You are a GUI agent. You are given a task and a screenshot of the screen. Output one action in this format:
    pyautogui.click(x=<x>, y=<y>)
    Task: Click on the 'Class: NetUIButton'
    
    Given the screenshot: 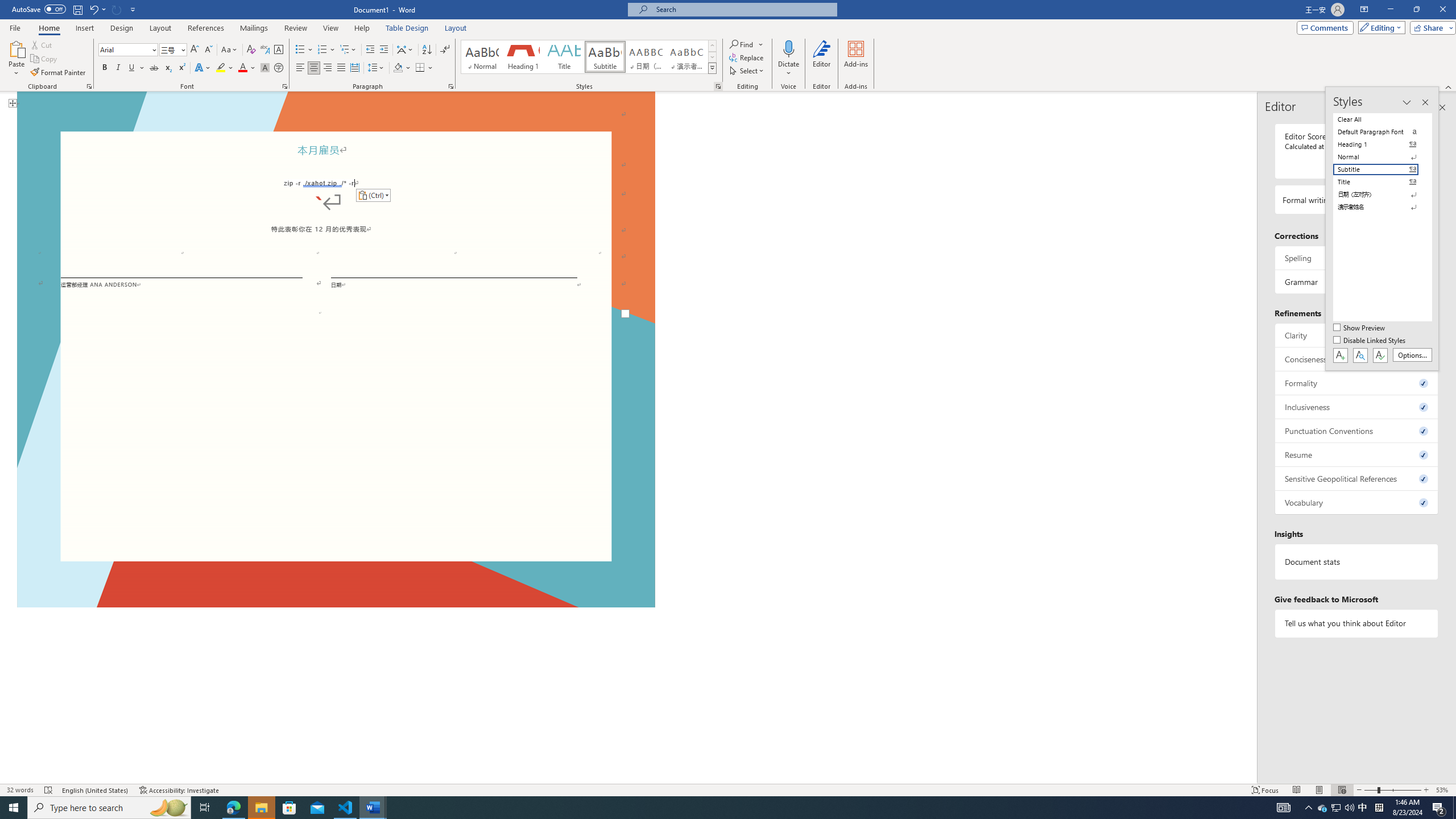 What is the action you would take?
    pyautogui.click(x=1379, y=355)
    